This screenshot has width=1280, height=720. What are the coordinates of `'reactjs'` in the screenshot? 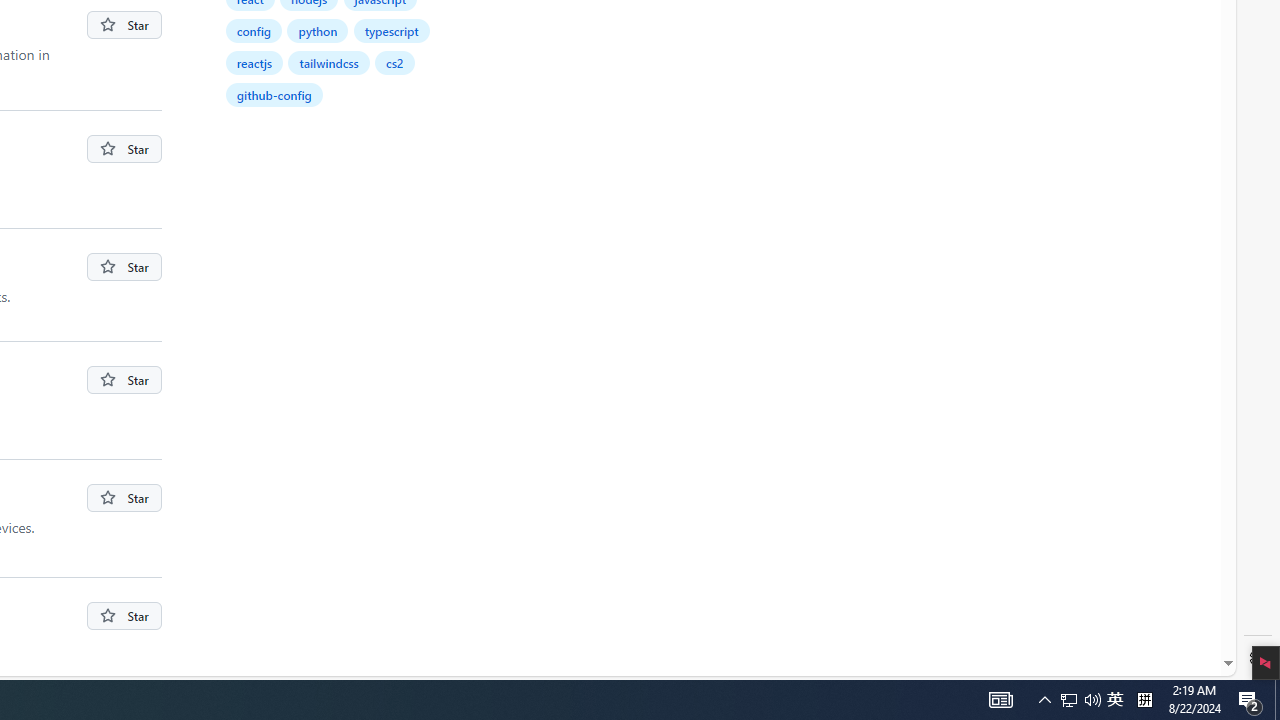 It's located at (254, 61).